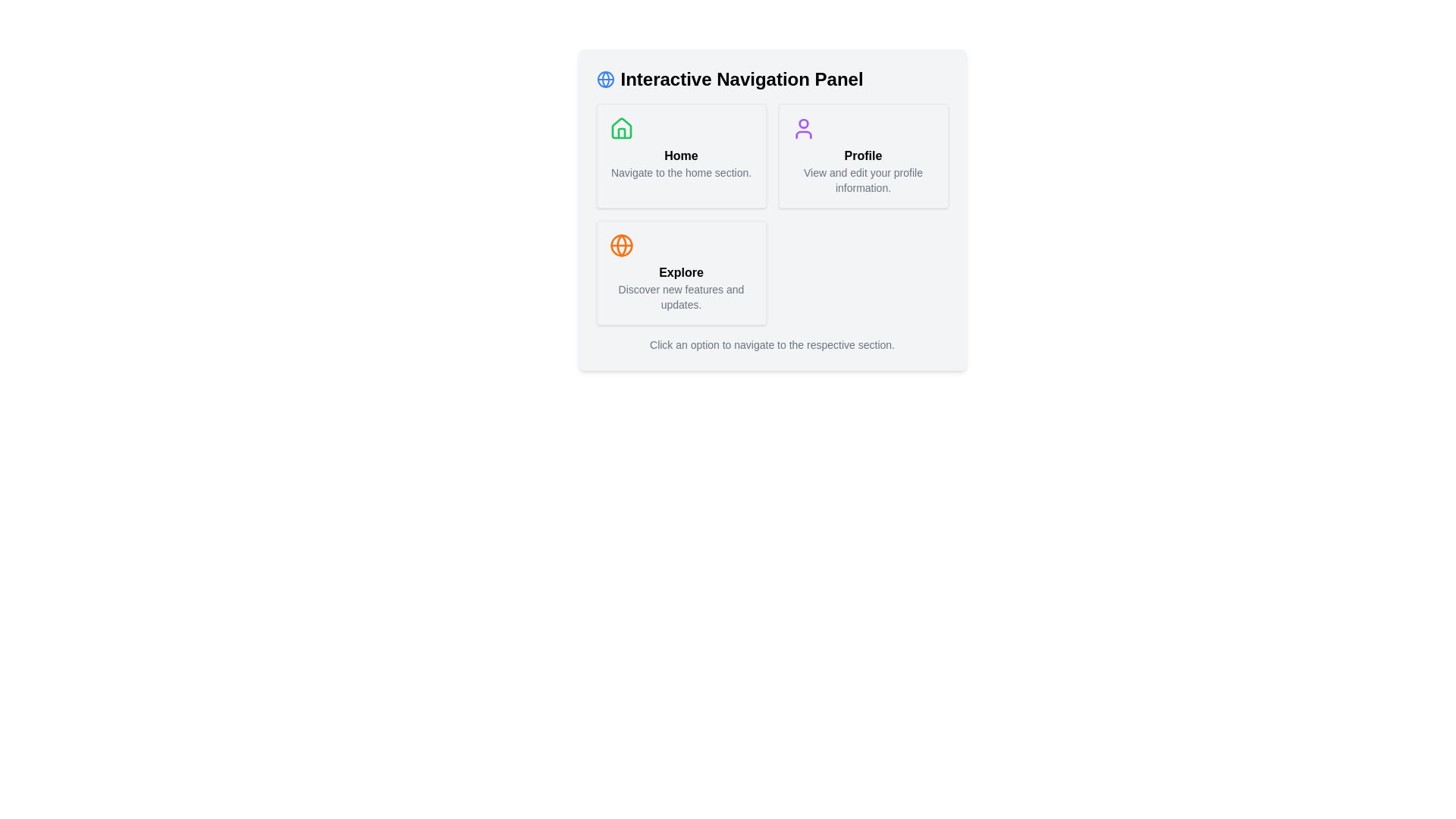  I want to click on the navigational card in the top left corner of the grid layout, so click(680, 155).